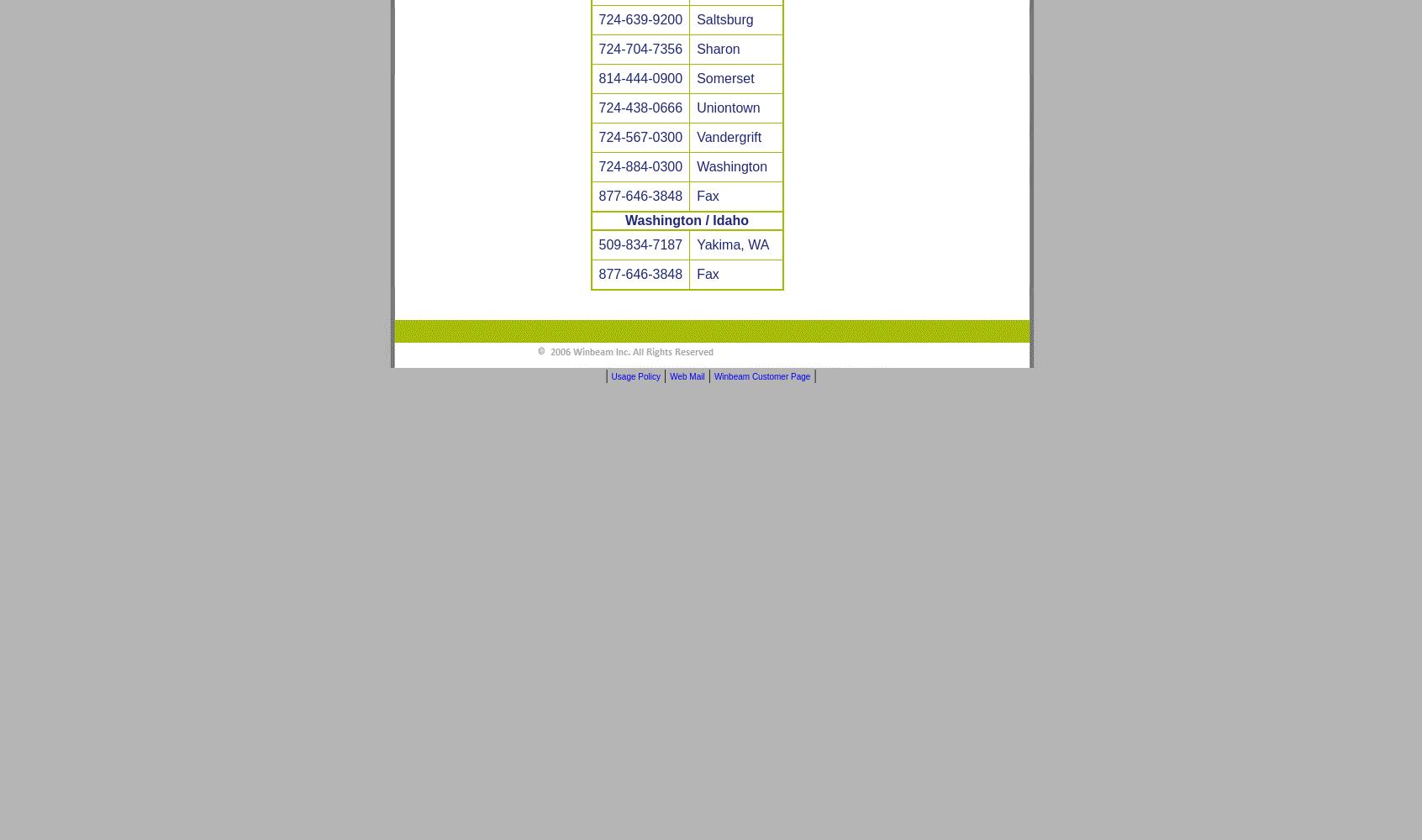 The image size is (1422, 840). What do you see at coordinates (697, 77) in the screenshot?
I see `'Somerset'` at bounding box center [697, 77].